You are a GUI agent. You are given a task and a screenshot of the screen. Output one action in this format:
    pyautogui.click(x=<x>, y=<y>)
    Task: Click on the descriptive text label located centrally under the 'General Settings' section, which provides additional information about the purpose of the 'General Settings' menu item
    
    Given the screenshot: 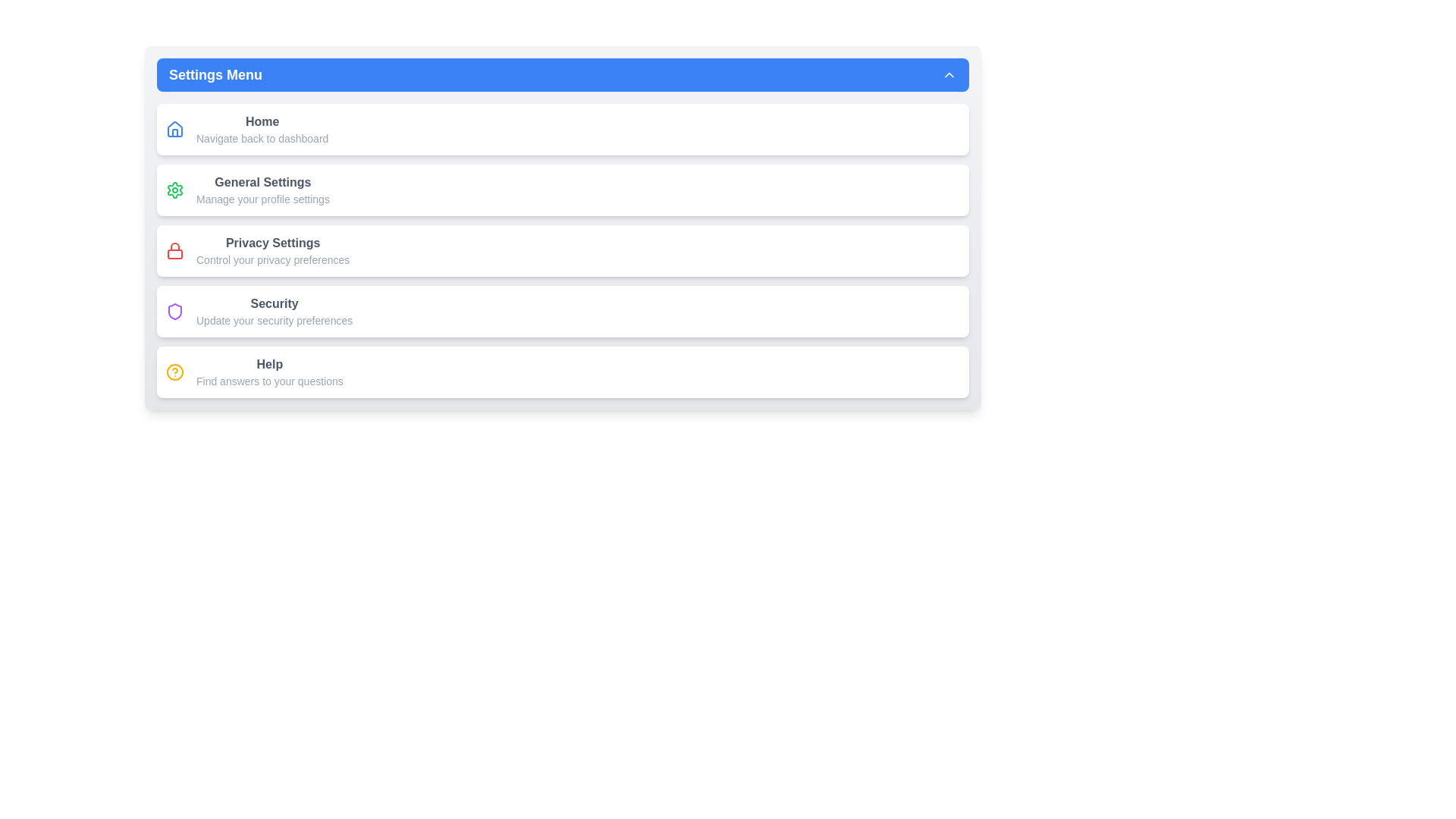 What is the action you would take?
    pyautogui.click(x=262, y=198)
    